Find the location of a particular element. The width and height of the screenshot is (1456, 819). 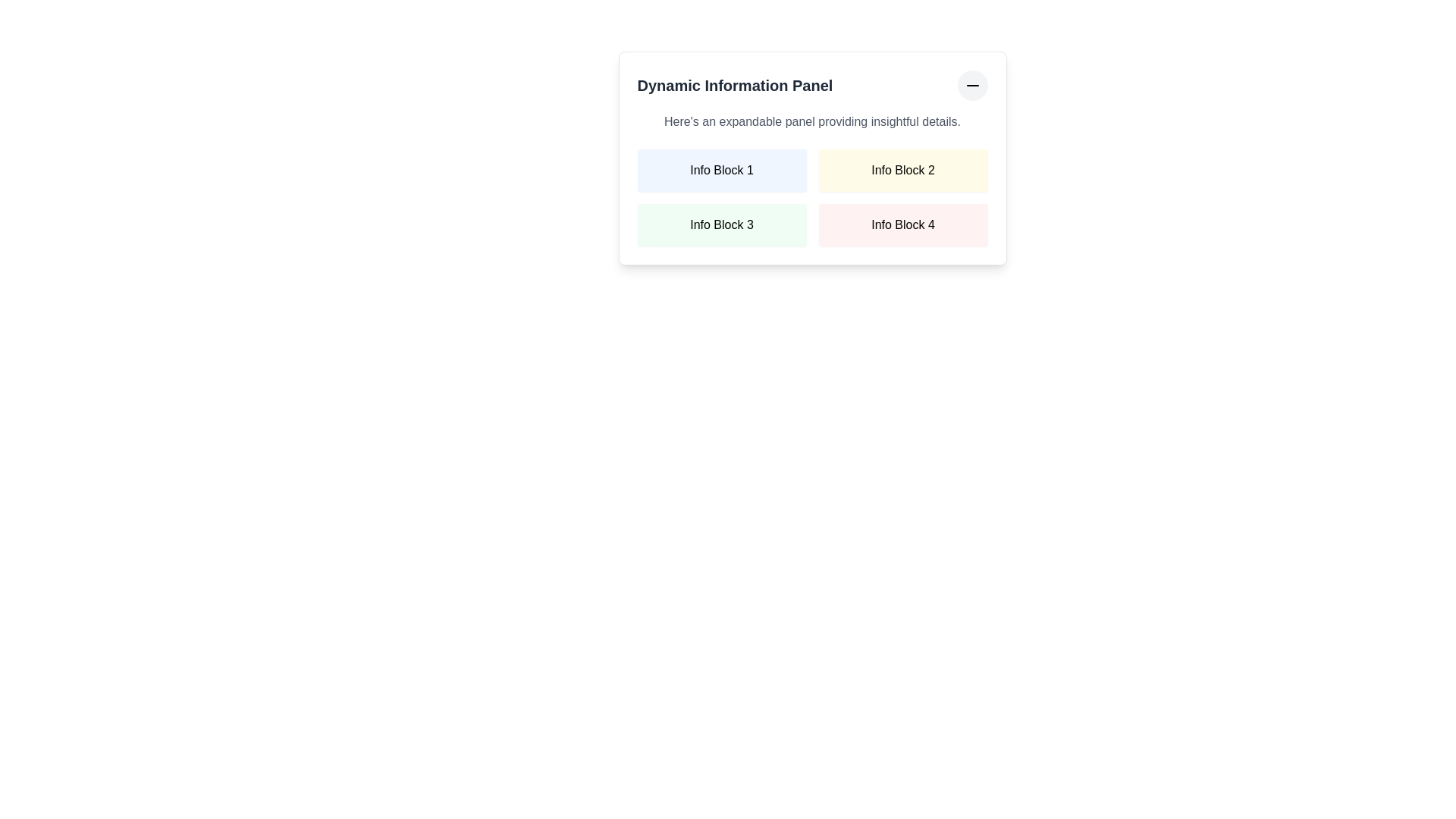

the minus icon on the header with a collapsible button is located at coordinates (811, 85).